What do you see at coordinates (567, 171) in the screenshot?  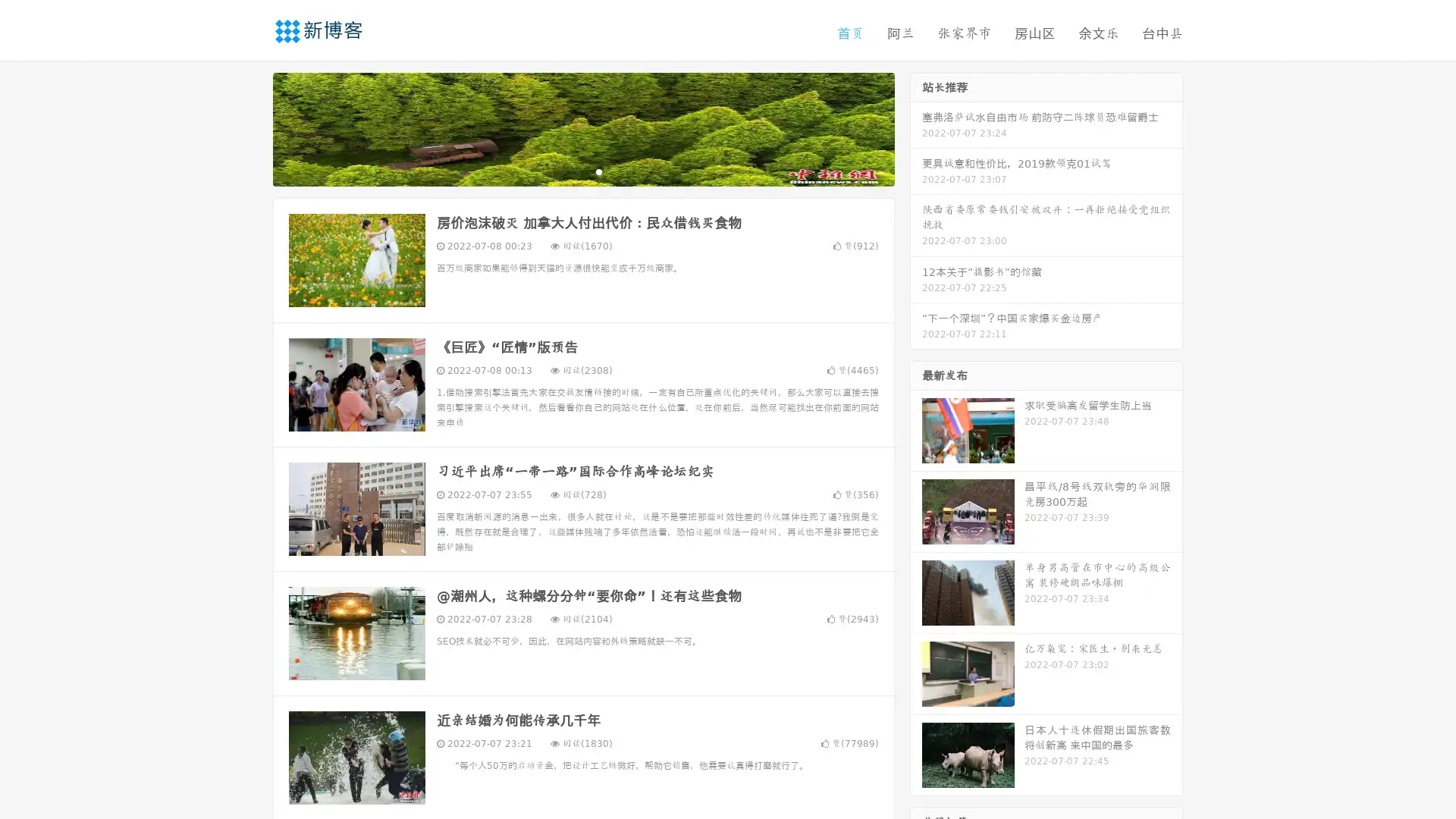 I see `Go to slide 1` at bounding box center [567, 171].